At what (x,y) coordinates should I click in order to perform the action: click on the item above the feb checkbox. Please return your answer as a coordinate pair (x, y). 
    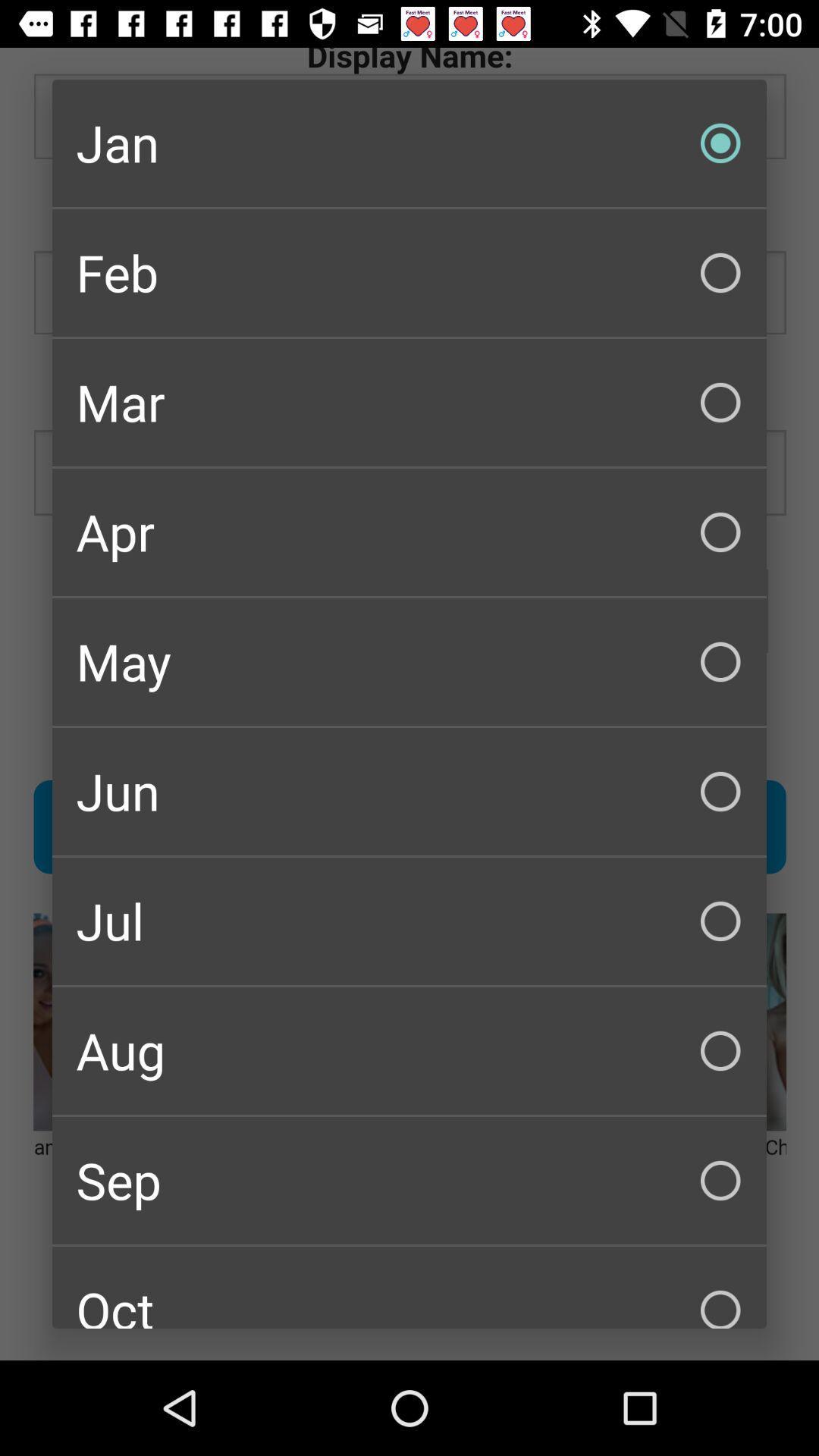
    Looking at the image, I should click on (409, 143).